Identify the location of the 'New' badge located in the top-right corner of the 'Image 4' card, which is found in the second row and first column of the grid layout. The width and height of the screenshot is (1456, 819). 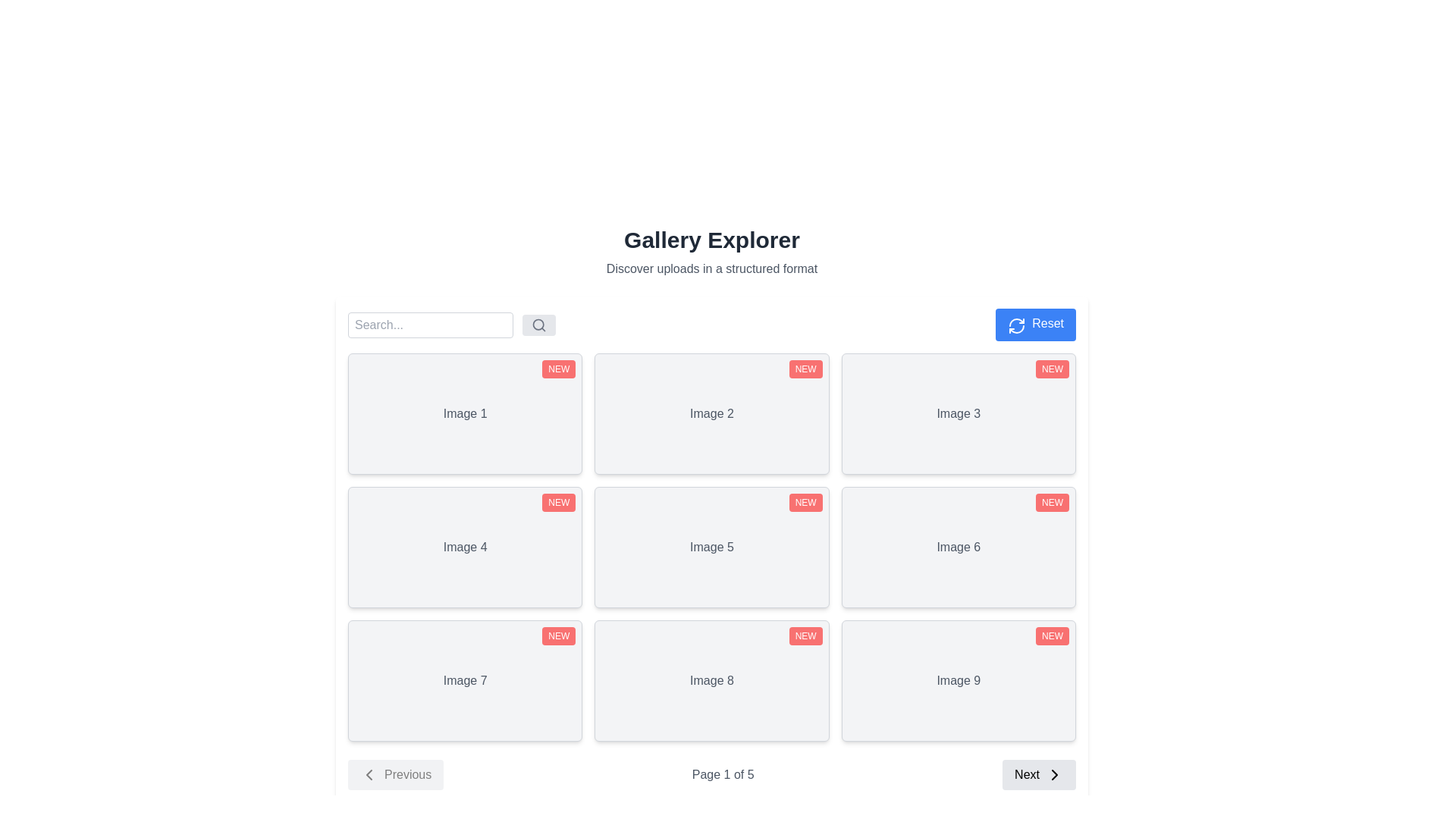
(558, 503).